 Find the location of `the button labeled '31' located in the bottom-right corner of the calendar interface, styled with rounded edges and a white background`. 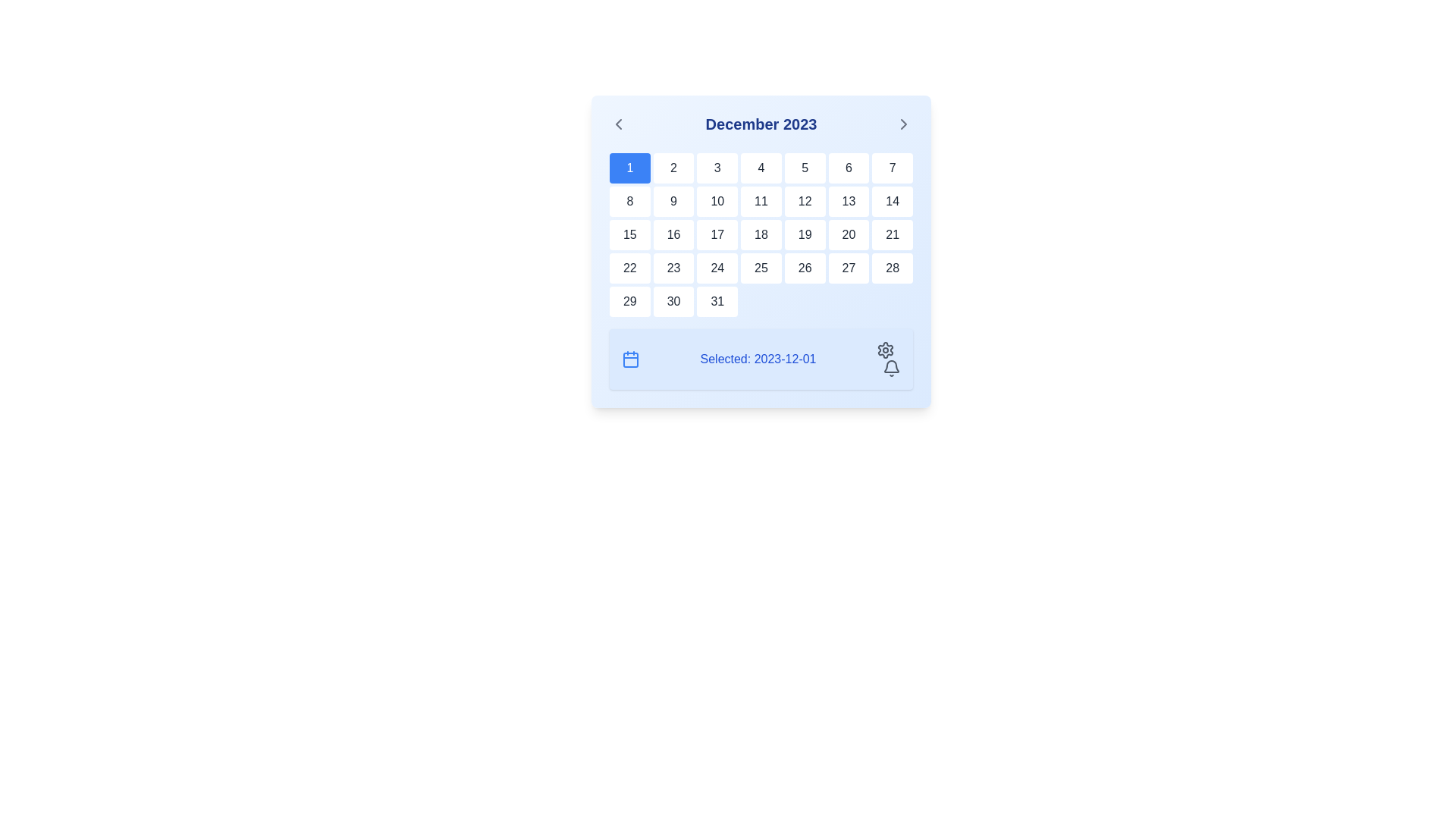

the button labeled '31' located in the bottom-right corner of the calendar interface, styled with rounded edges and a white background is located at coordinates (717, 301).